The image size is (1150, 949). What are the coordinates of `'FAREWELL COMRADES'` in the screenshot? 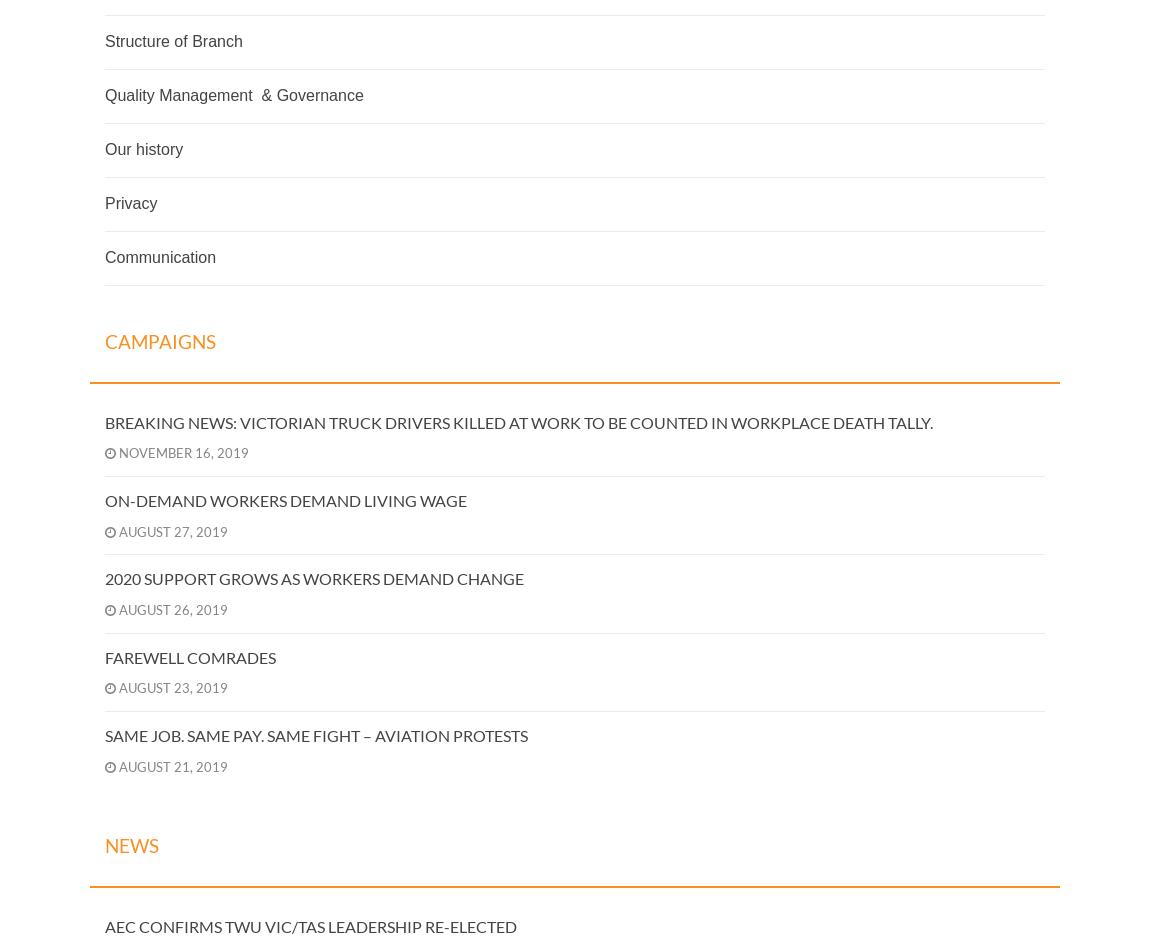 It's located at (189, 656).